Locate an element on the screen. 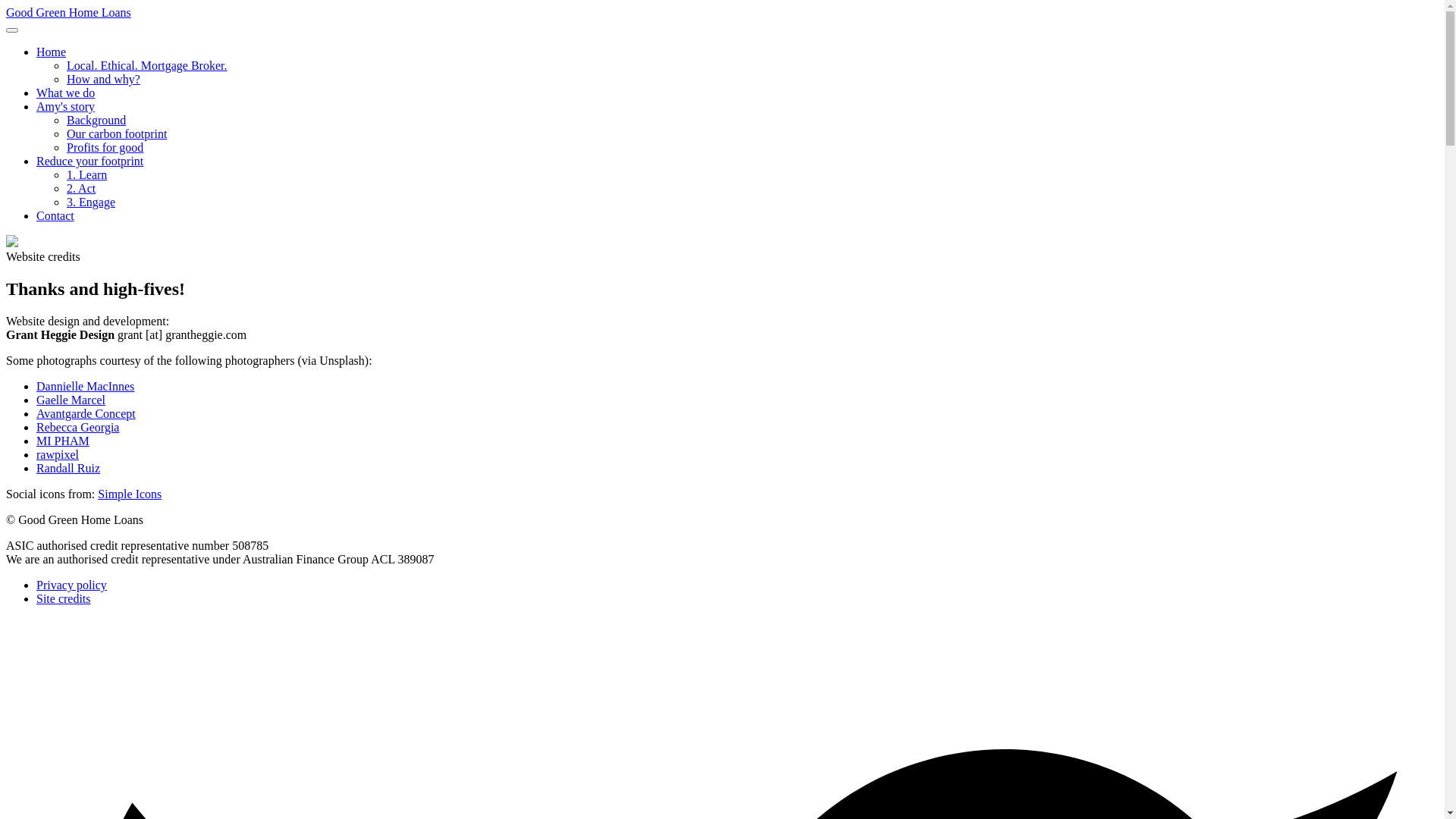  'Background' is located at coordinates (65, 119).